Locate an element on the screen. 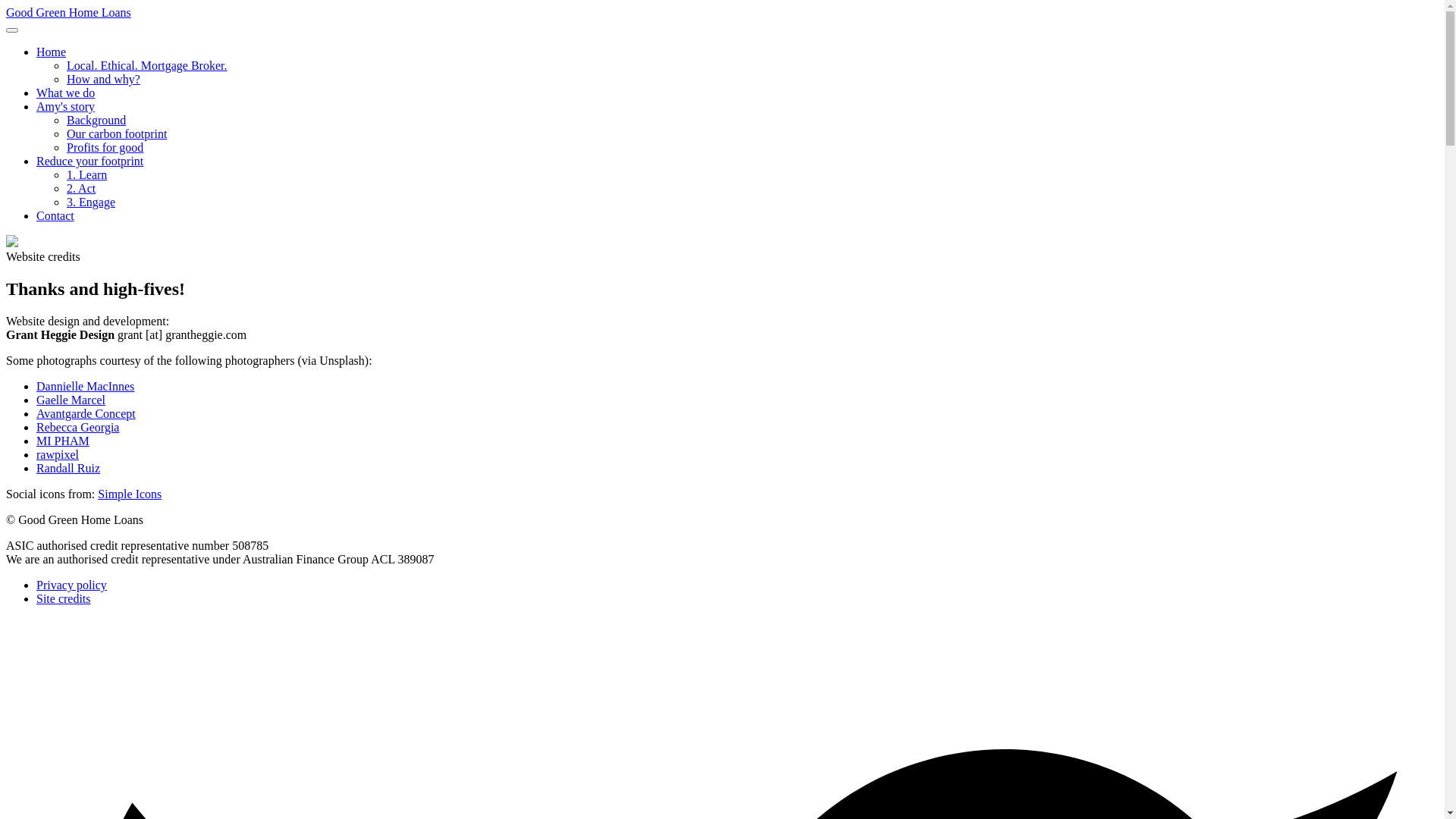  'Background' is located at coordinates (65, 119).